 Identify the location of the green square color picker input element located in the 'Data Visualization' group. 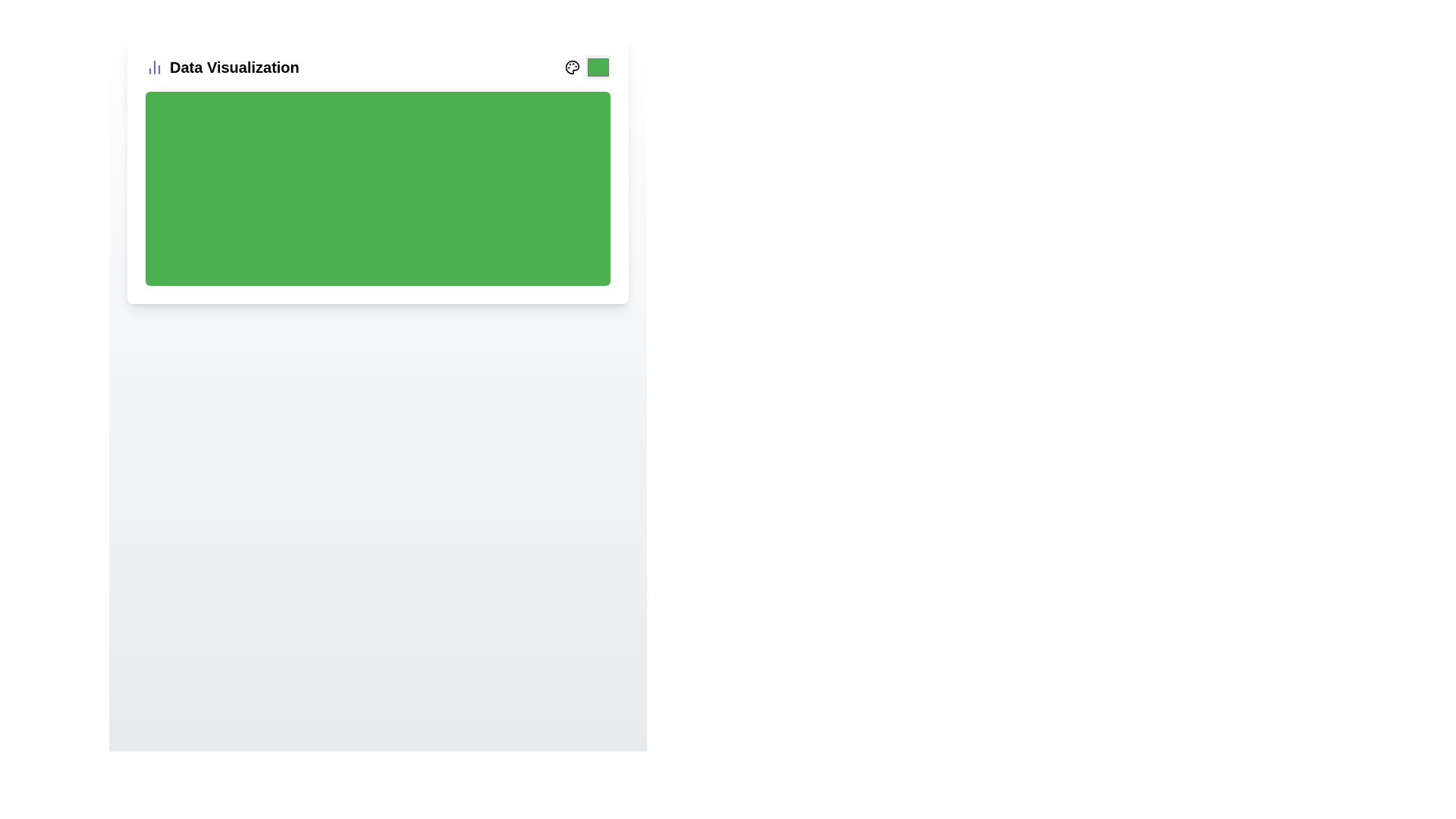
(586, 66).